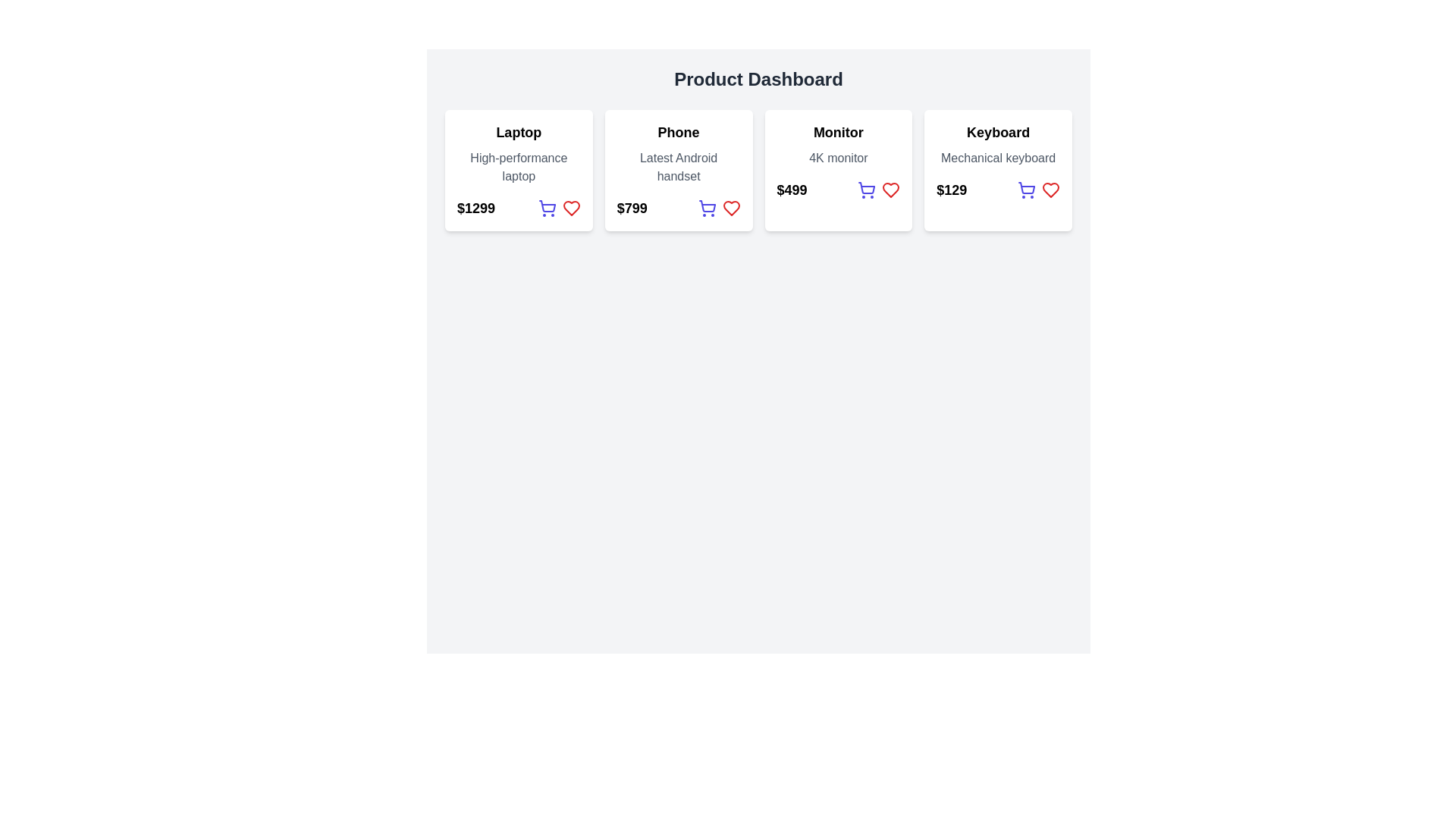 The height and width of the screenshot is (819, 1456). Describe the element at coordinates (998, 131) in the screenshot. I see `the text label that serves as the title of a product card in the fourth column of a horizontally aligned grid` at that location.